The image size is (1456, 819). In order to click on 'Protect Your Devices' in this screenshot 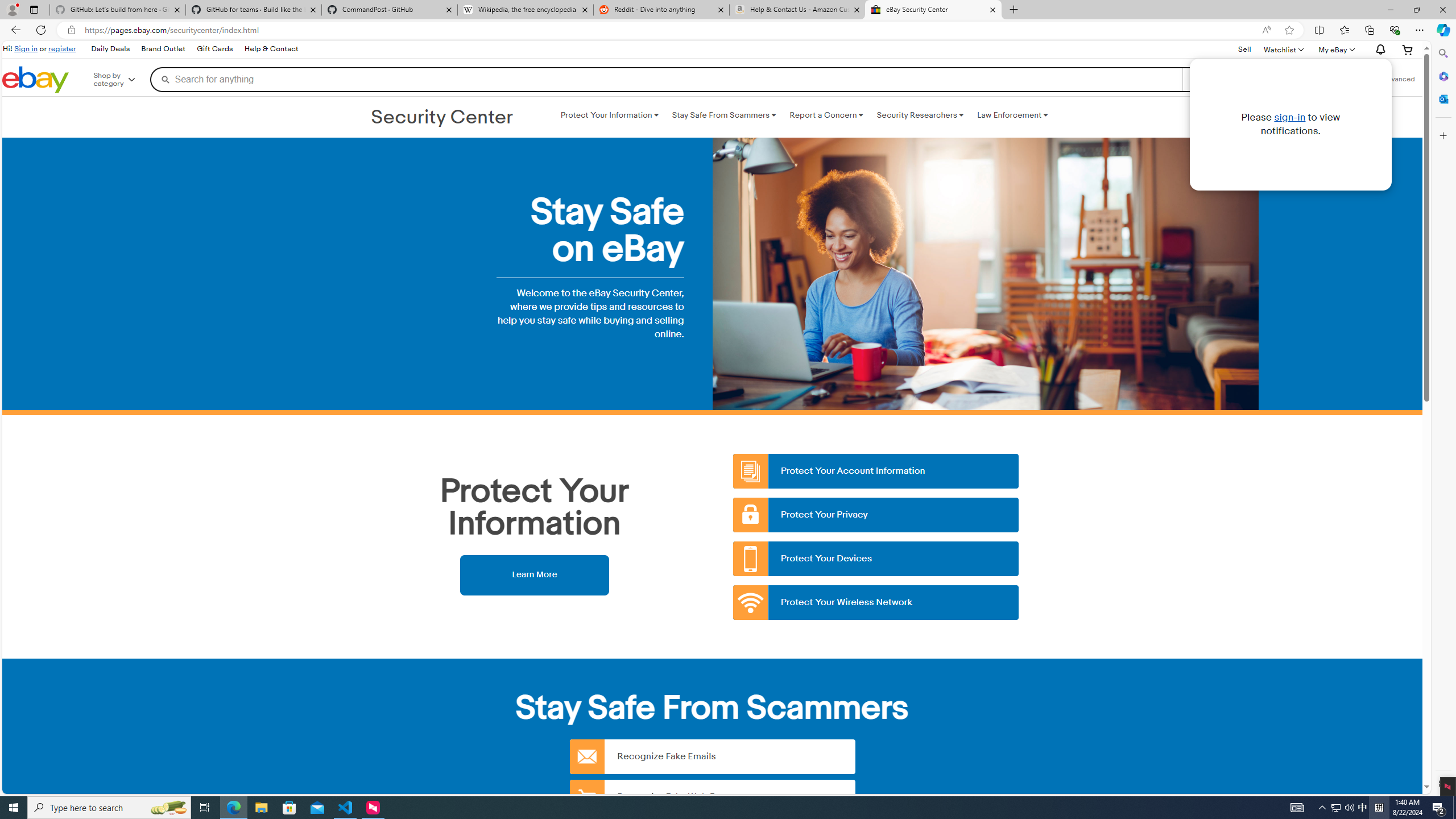, I will do `click(876, 558)`.